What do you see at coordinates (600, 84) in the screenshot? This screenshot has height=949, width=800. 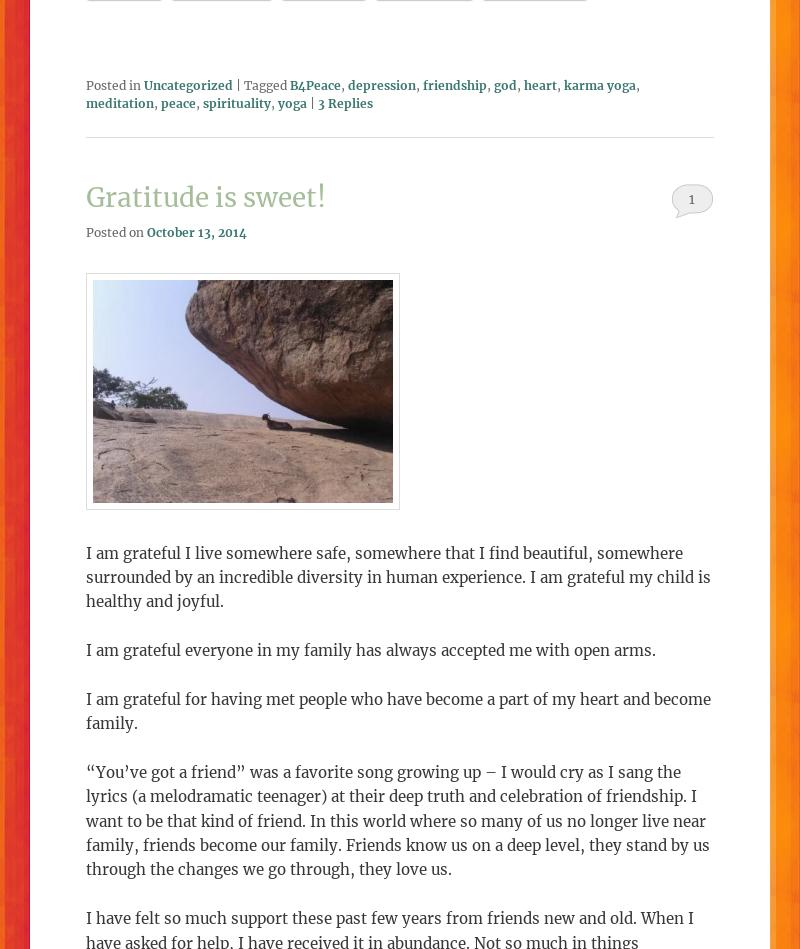 I see `'karma yoga'` at bounding box center [600, 84].